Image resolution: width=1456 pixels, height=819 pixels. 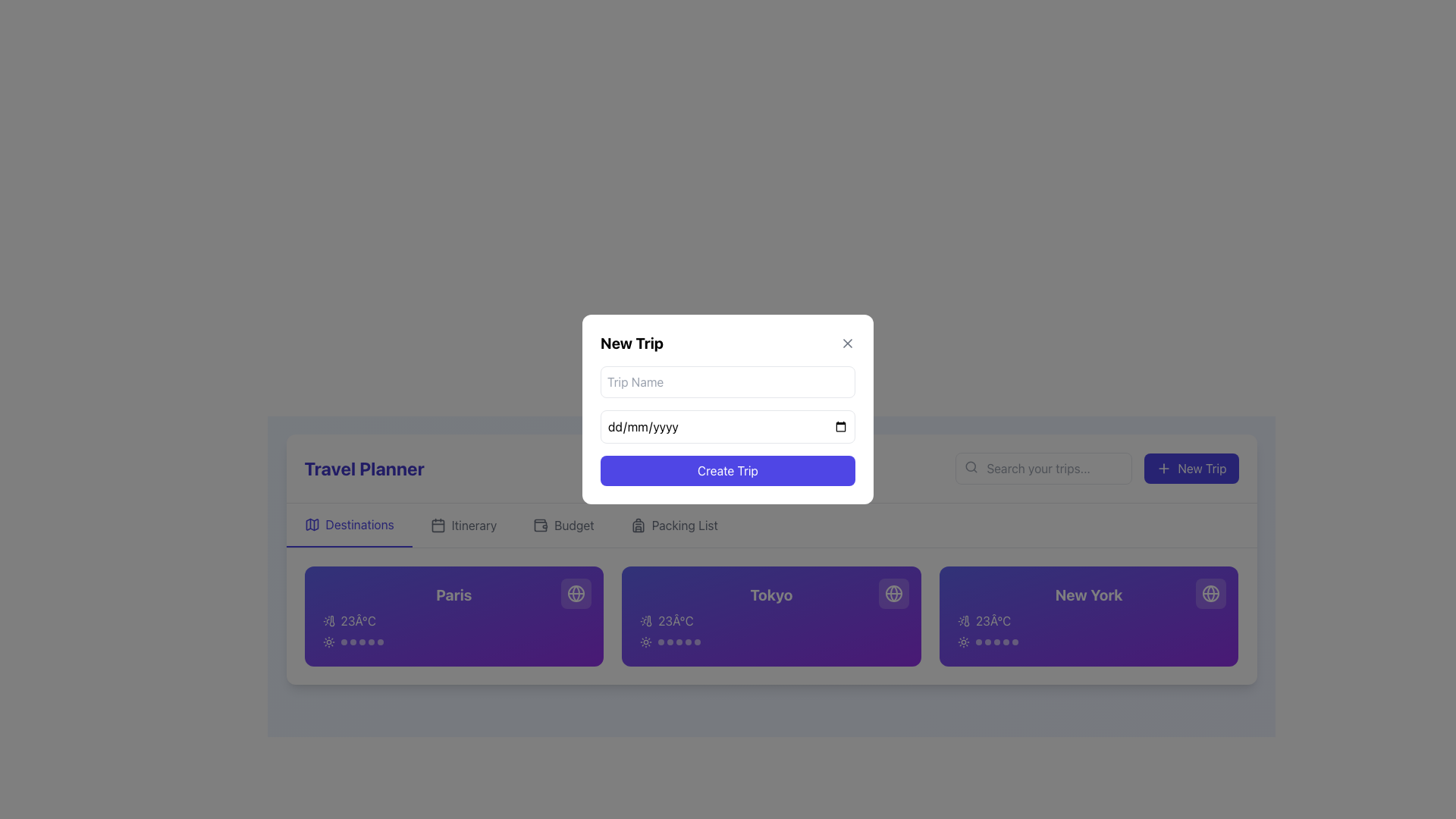 I want to click on the temperature icon located on the left segment of the 'Paris' card in the city options grid, which visually represents temperature information, so click(x=331, y=620).